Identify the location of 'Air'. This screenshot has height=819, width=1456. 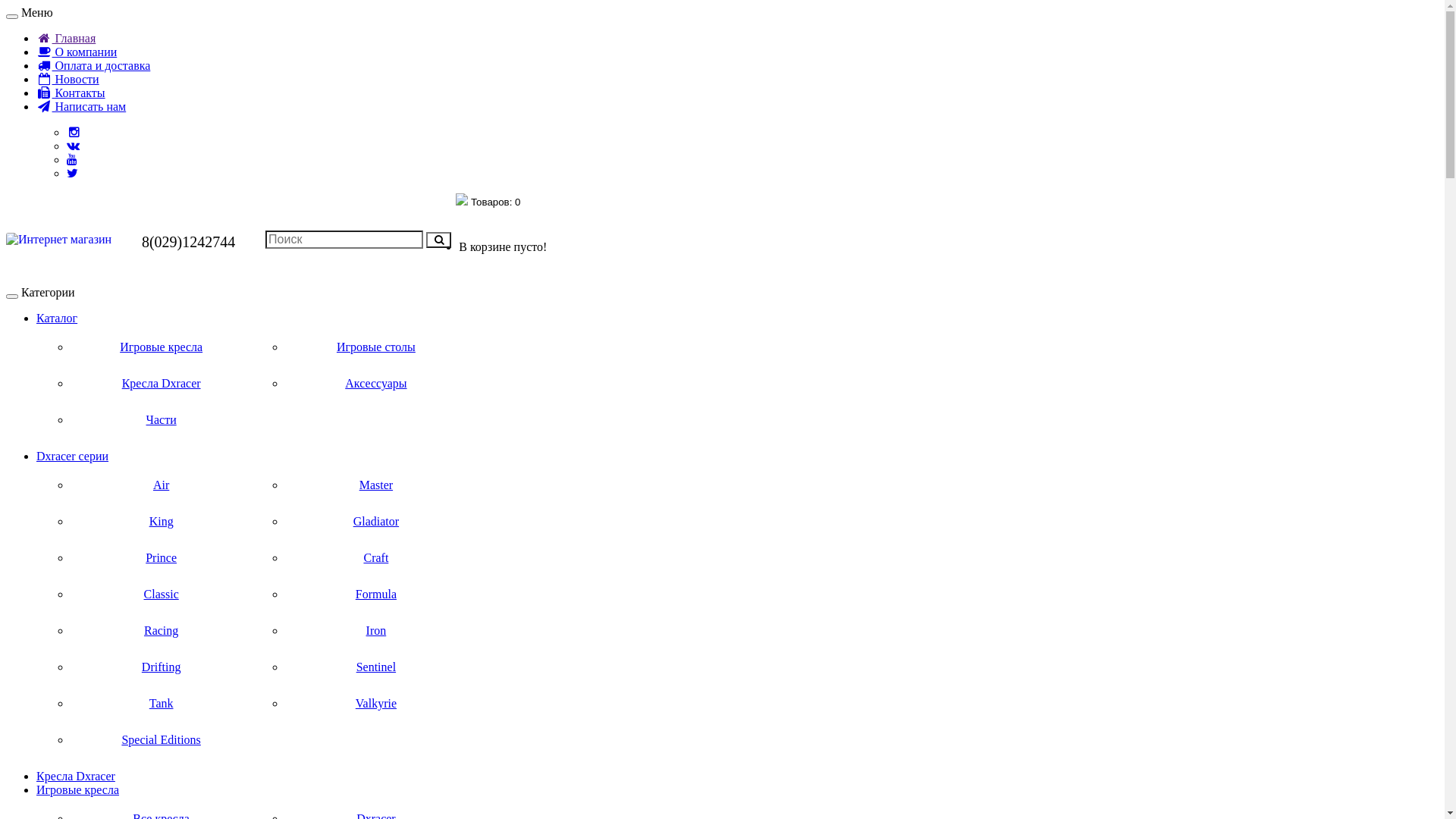
(161, 485).